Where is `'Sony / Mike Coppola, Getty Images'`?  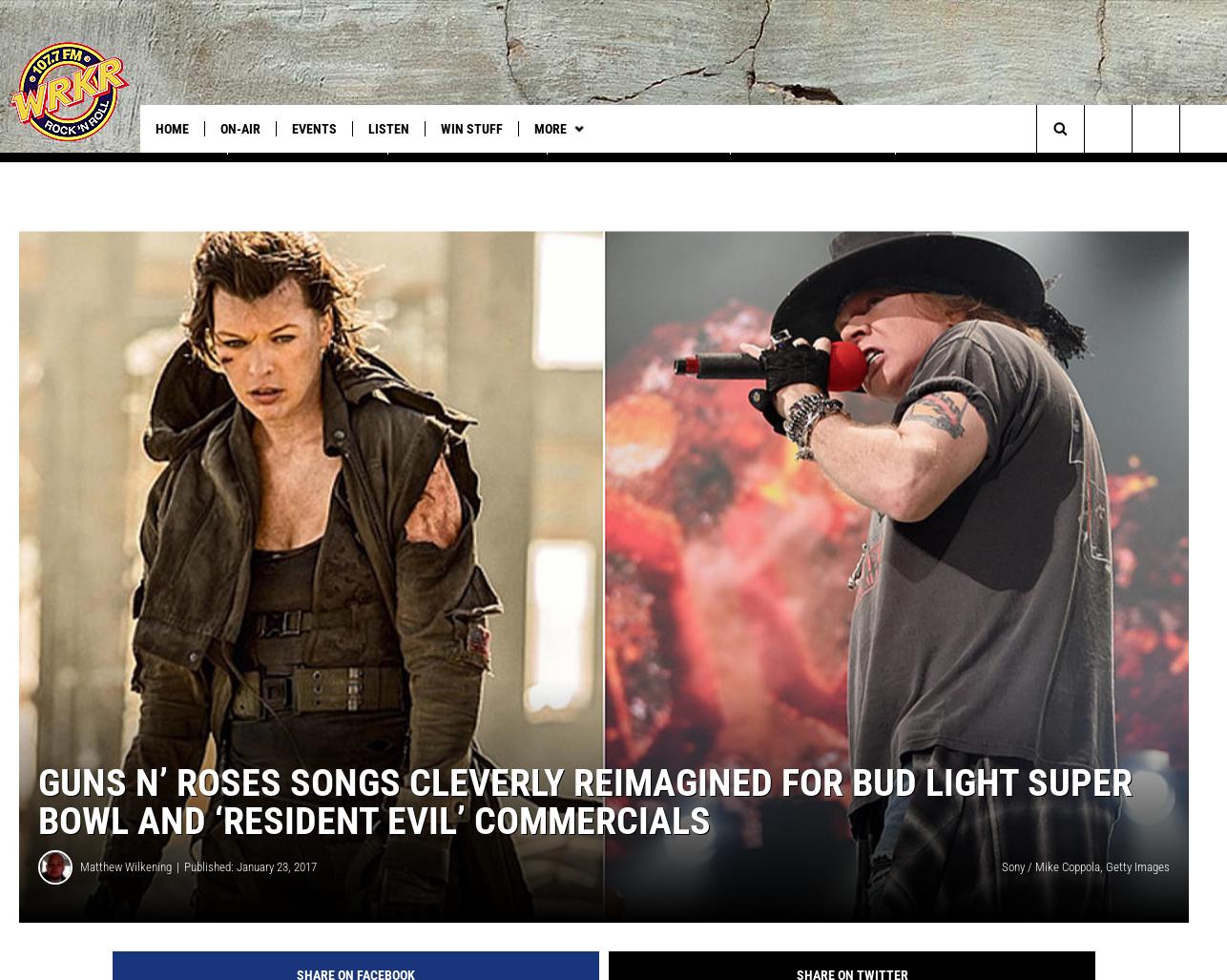
'Sony / Mike Coppola, Getty Images' is located at coordinates (1084, 887).